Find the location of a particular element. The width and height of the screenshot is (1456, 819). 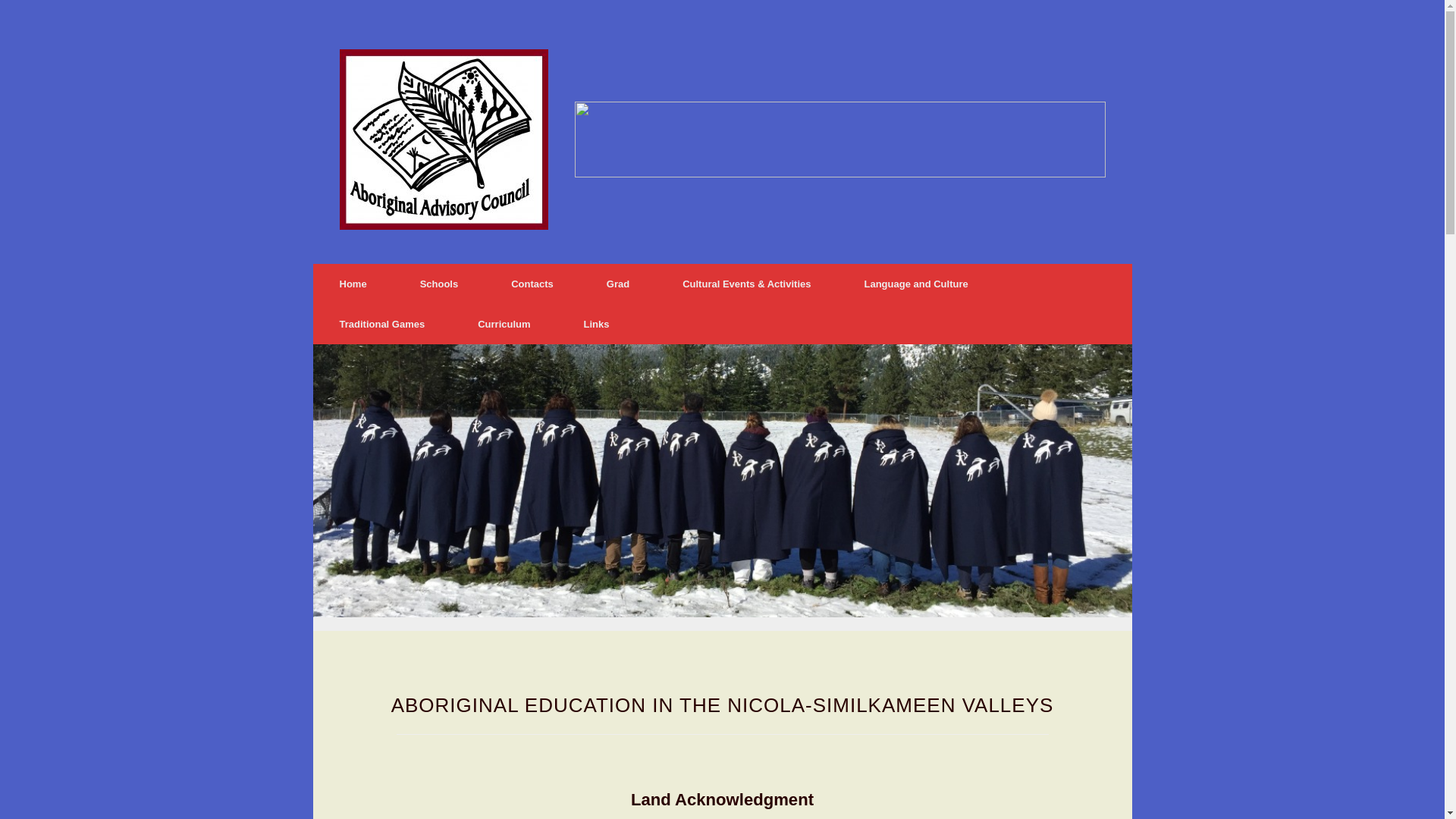

'Schools' is located at coordinates (438, 284).